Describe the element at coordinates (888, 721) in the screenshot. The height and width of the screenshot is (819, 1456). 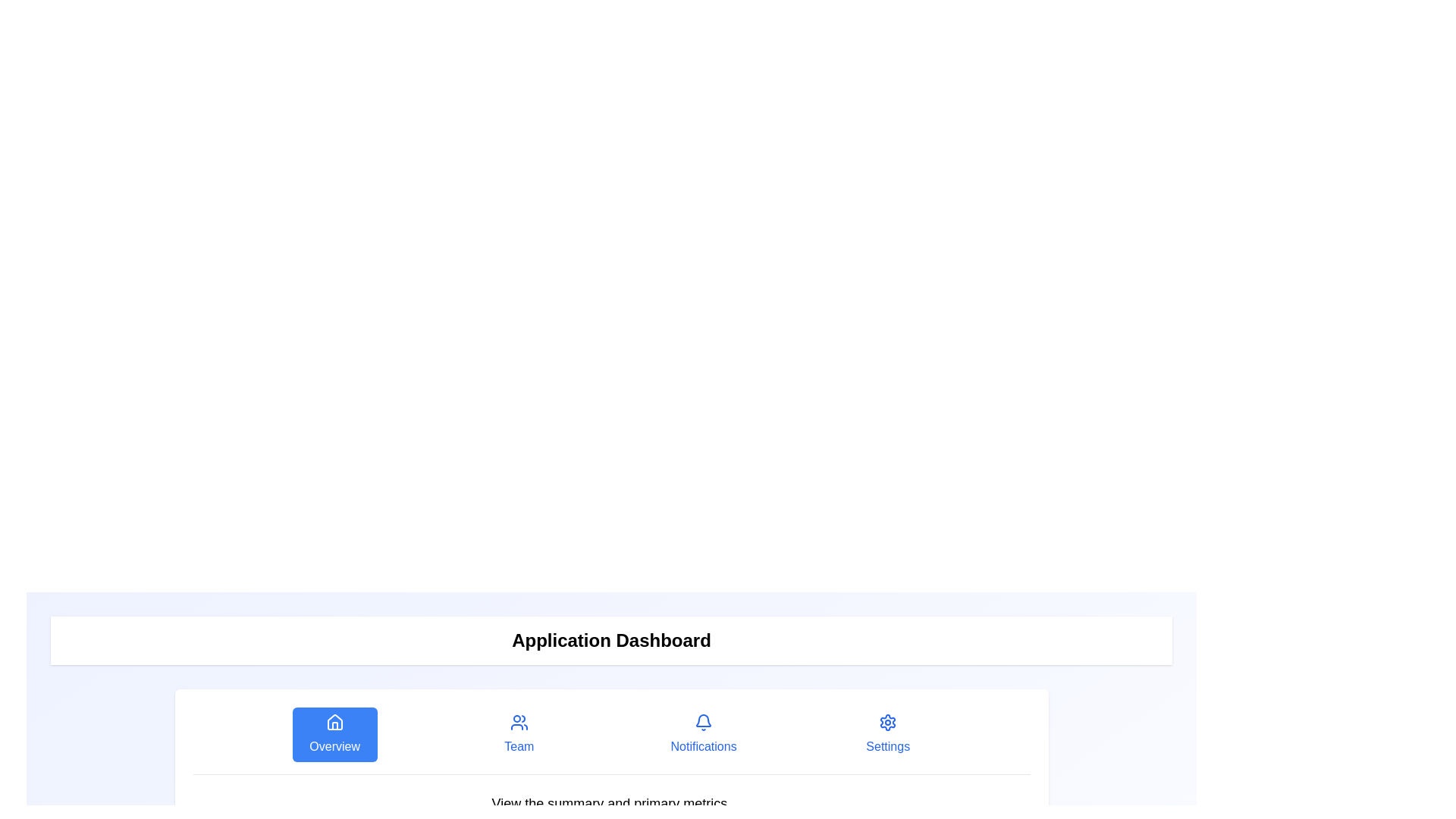
I see `the settings icon located at the far right of the horizontal navigation bar` at that location.